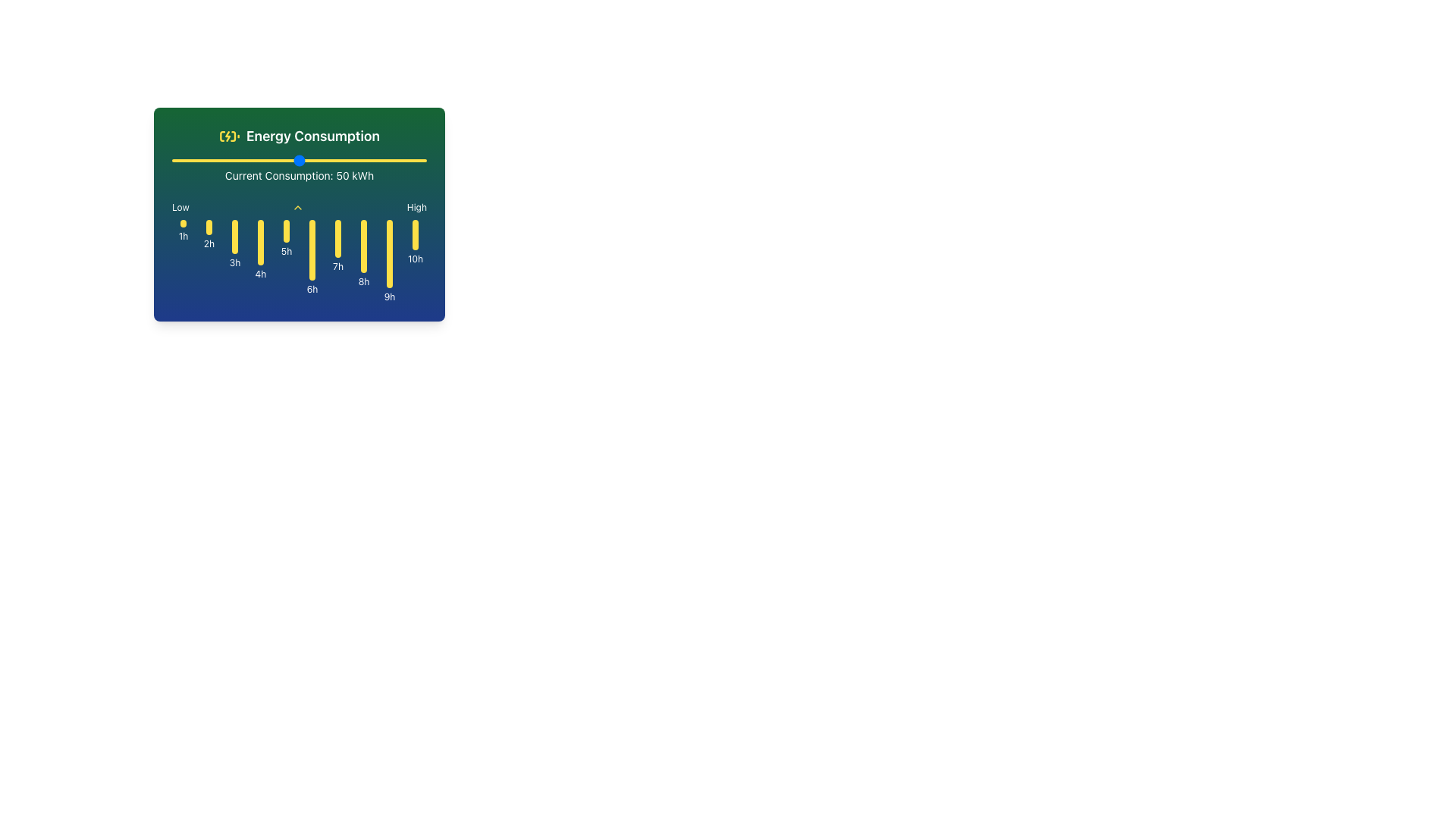  I want to click on the visual indicator representing energy consumption for the 9th hour, located at the bottom of the 'Energy Consumption' panel, so click(389, 253).